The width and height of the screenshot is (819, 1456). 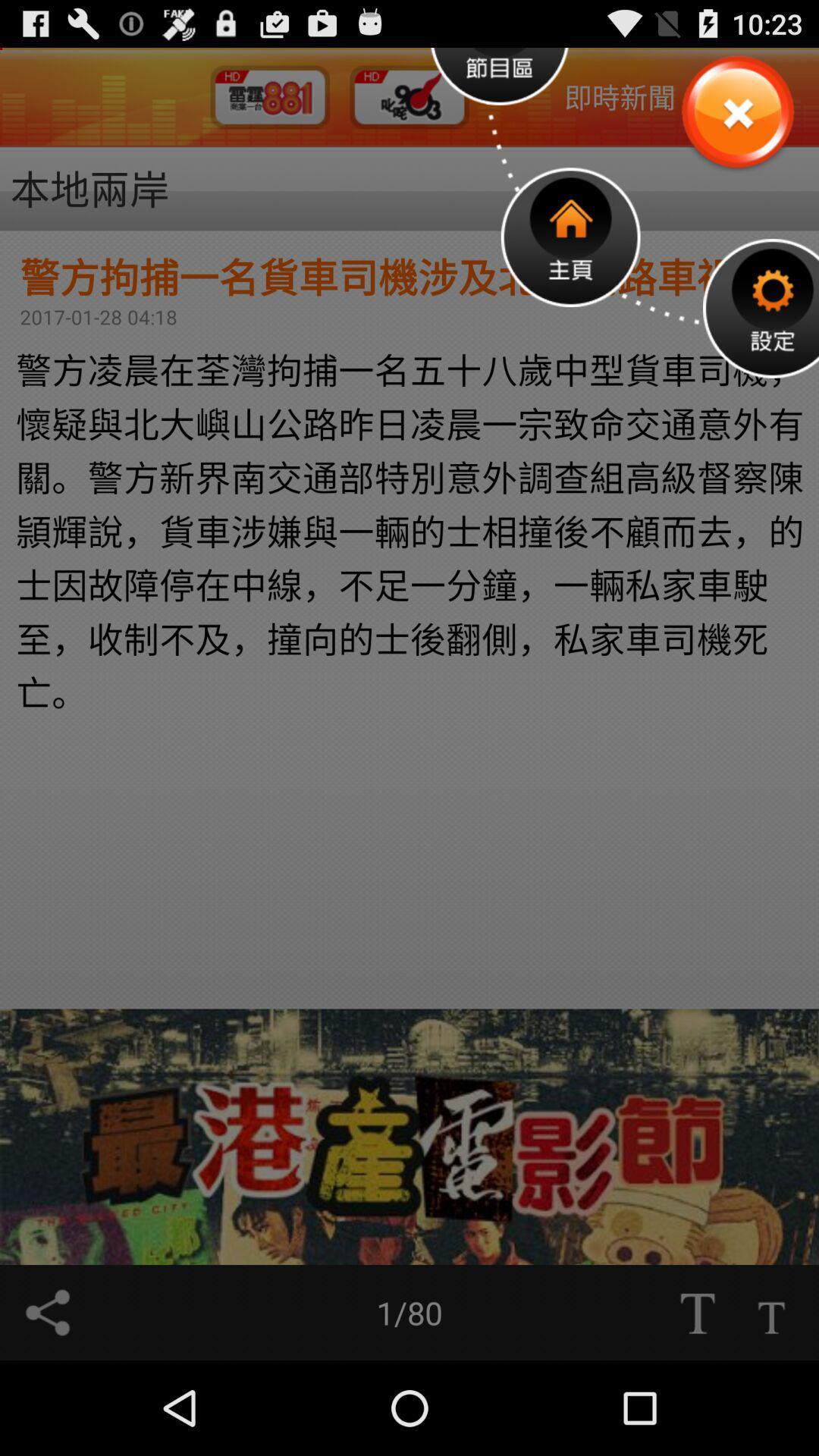 What do you see at coordinates (761, 307) in the screenshot?
I see `setting` at bounding box center [761, 307].